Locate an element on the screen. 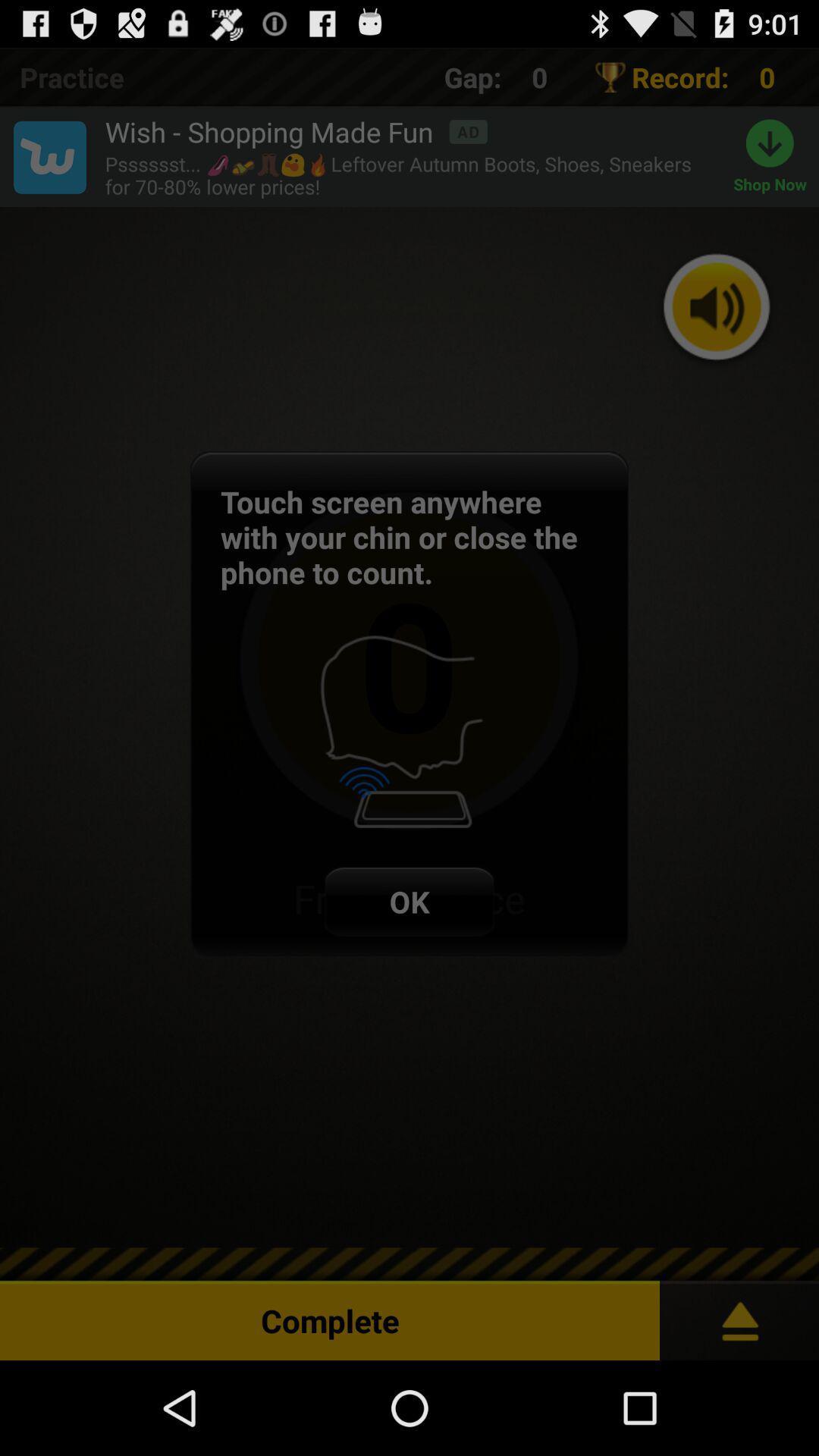 Image resolution: width=819 pixels, height=1456 pixels. ok is located at coordinates (409, 902).